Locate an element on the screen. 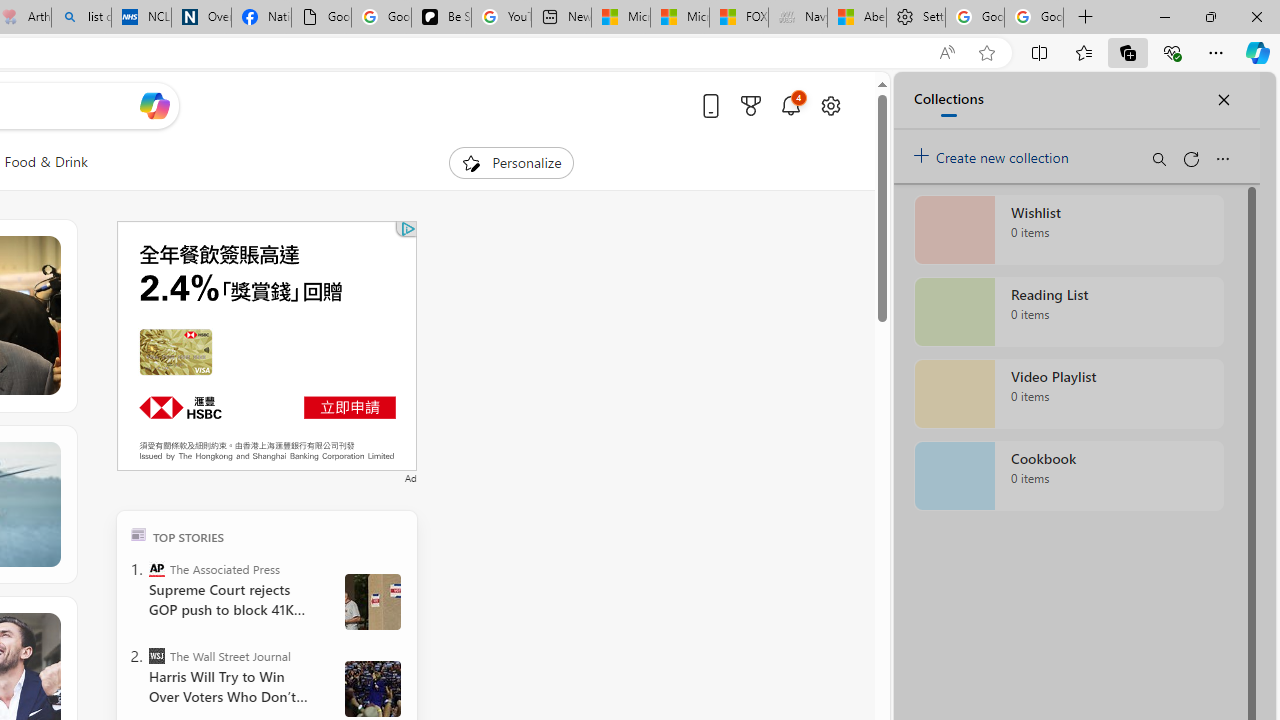  'Class: qc-adchoices-link top-right ' is located at coordinates (406, 227).